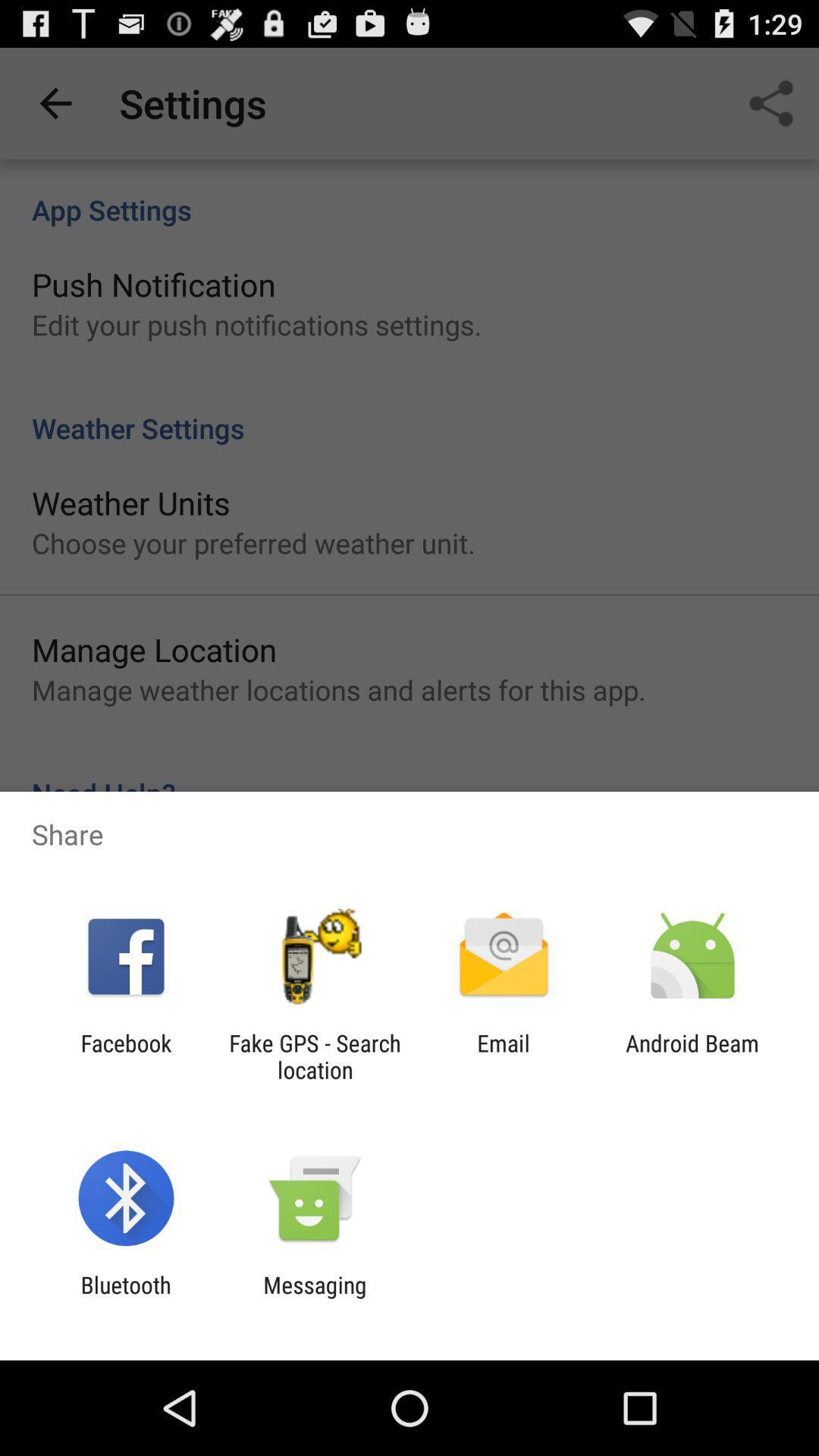 Image resolution: width=819 pixels, height=1456 pixels. I want to click on messaging app, so click(314, 1298).